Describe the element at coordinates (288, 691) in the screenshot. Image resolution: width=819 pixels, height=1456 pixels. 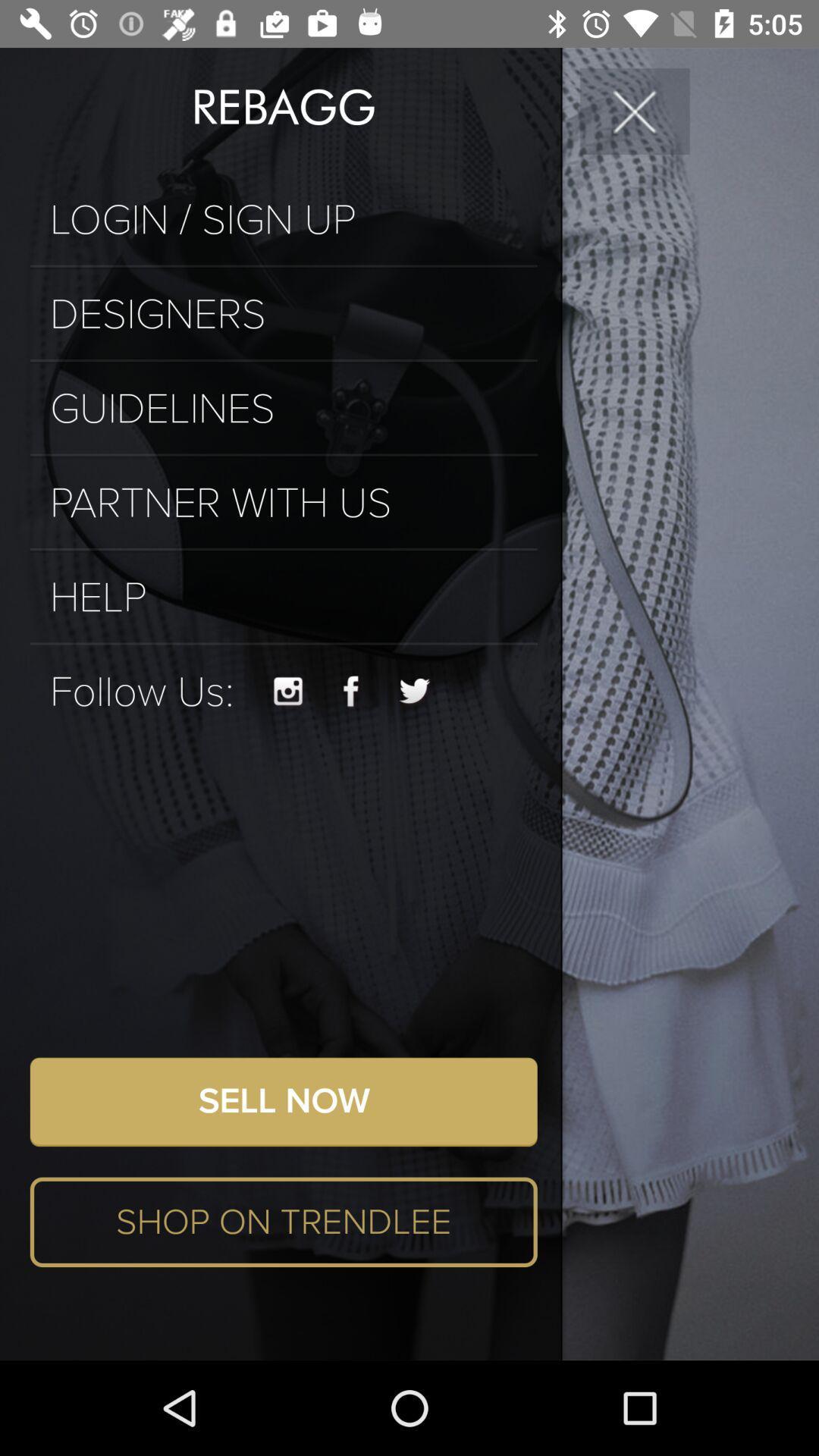
I see `instagram` at that location.